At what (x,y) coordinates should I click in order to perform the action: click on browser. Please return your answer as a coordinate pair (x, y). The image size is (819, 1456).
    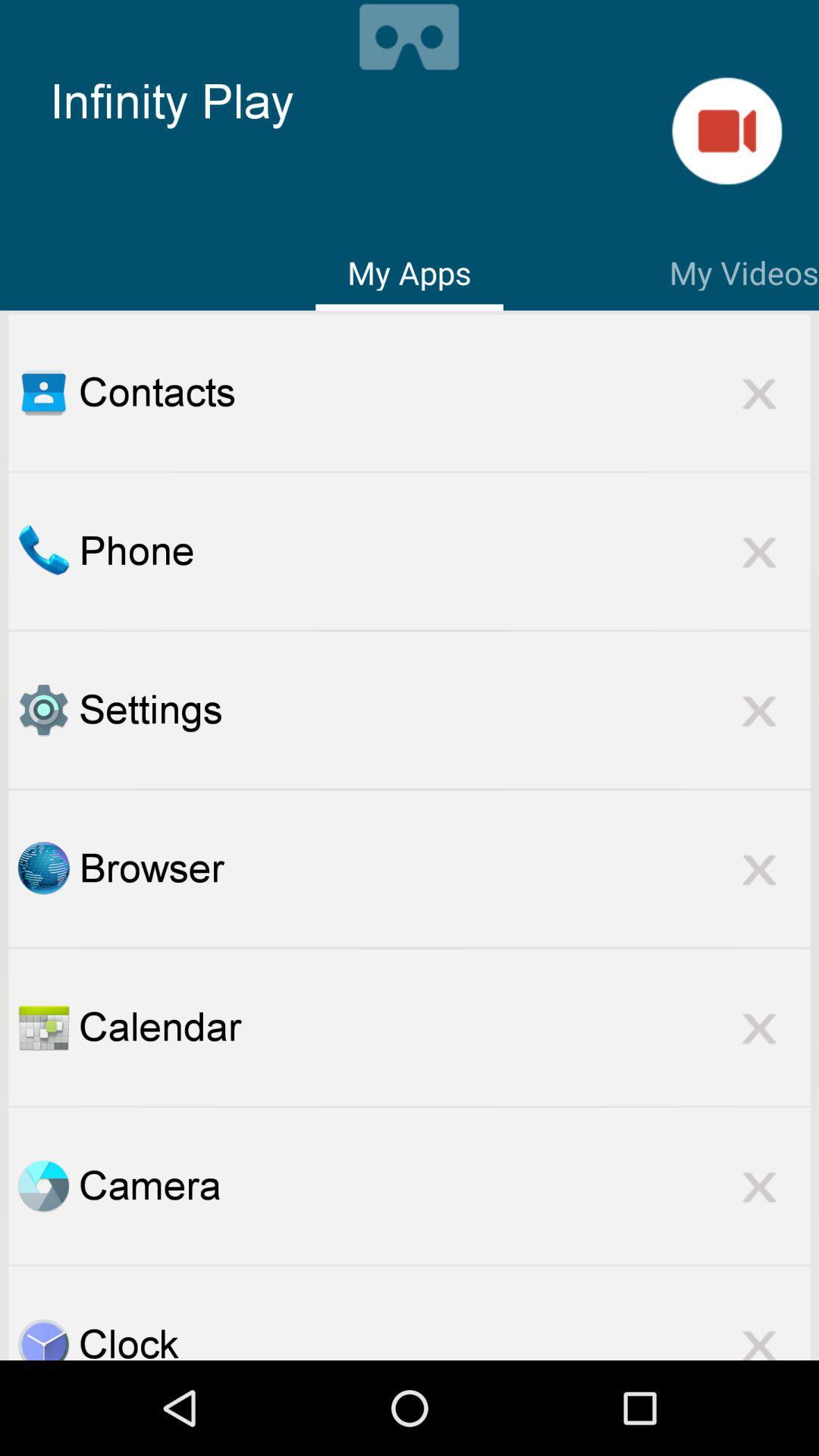
    Looking at the image, I should click on (444, 868).